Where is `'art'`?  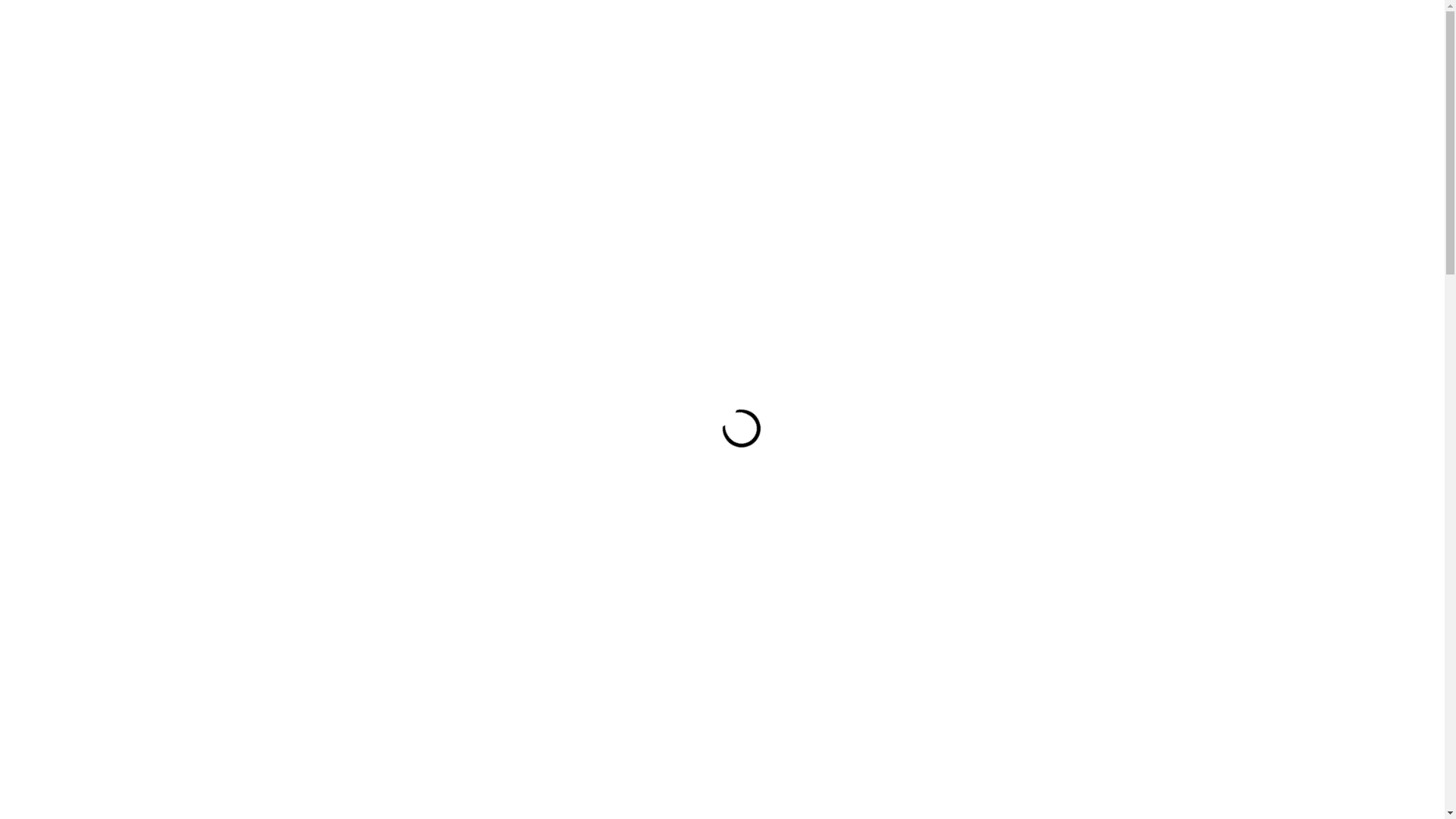 'art' is located at coordinates (716, 110).